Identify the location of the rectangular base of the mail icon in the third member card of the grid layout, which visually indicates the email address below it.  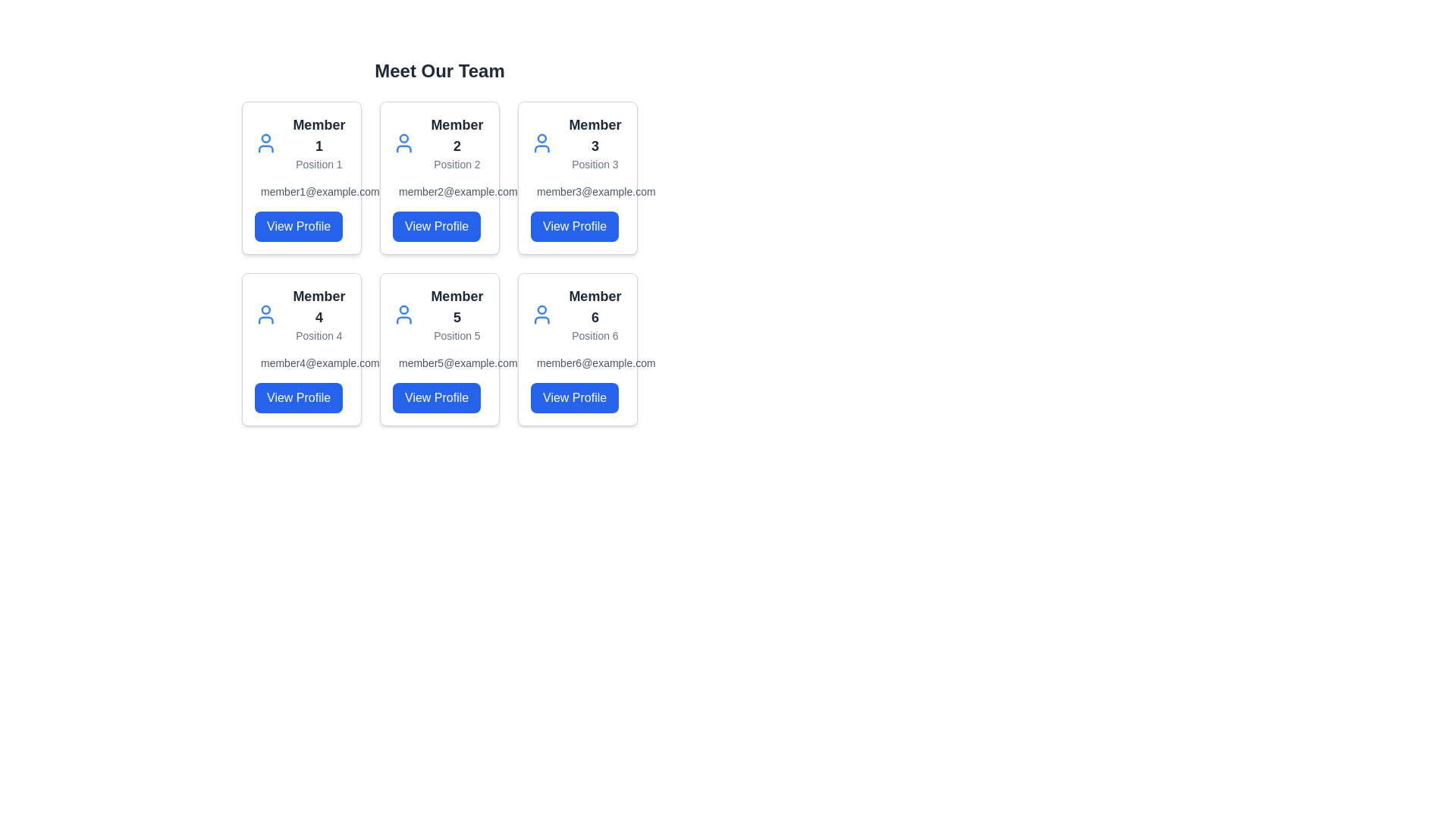
(539, 194).